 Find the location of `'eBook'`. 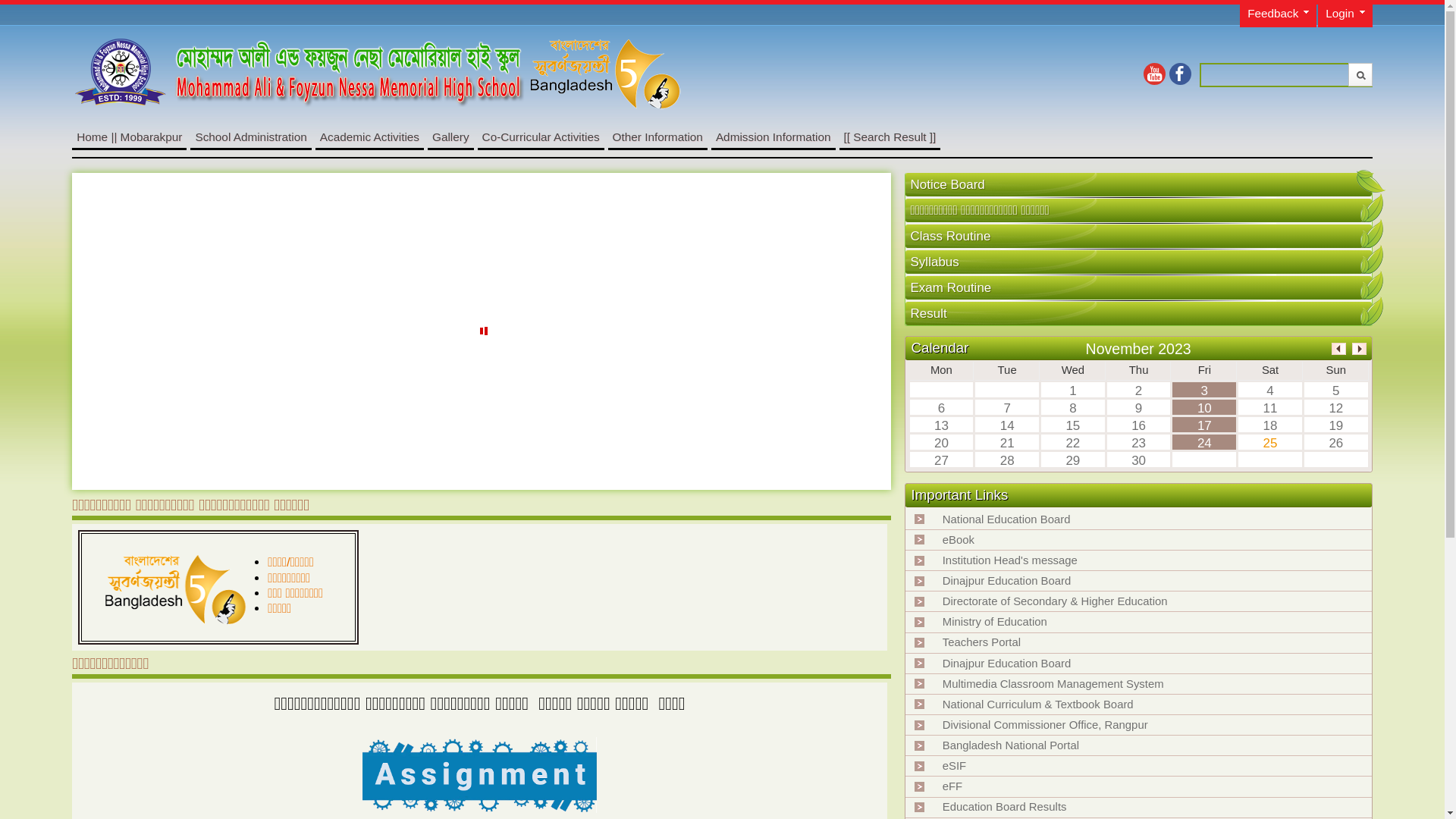

'eBook' is located at coordinates (957, 539).